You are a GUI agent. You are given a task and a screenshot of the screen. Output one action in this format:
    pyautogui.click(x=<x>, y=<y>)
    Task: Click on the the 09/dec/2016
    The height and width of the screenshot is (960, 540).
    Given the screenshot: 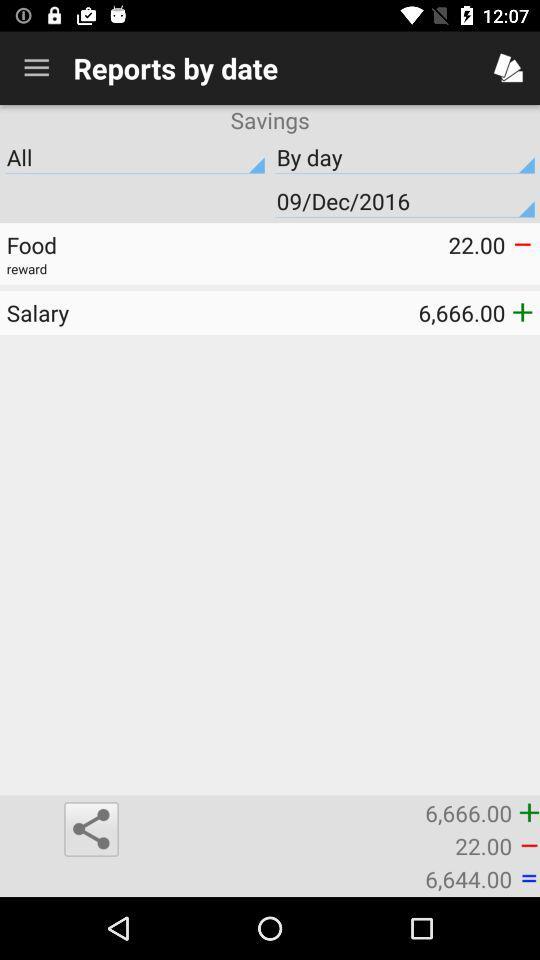 What is the action you would take?
    pyautogui.click(x=405, y=201)
    